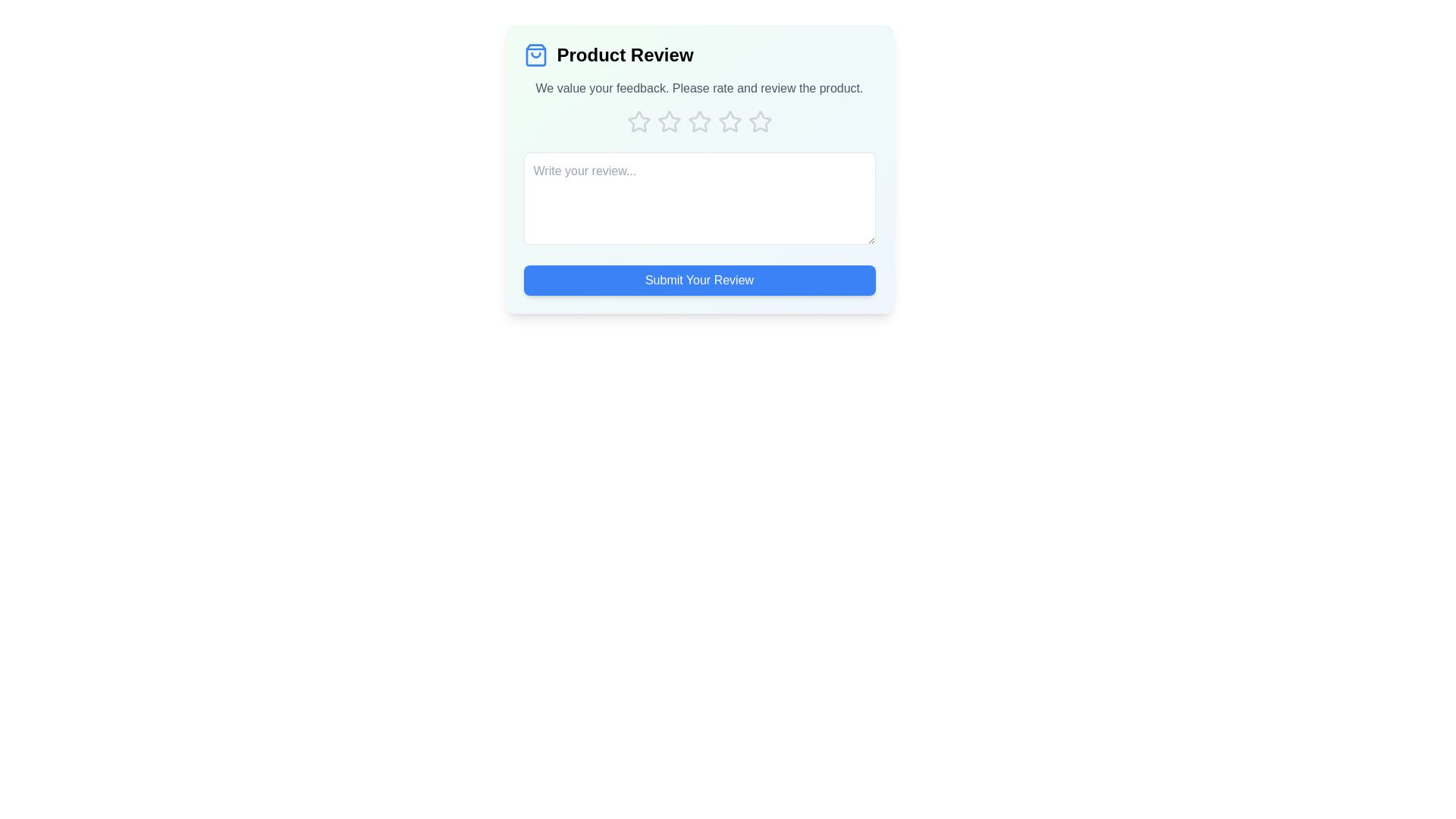 This screenshot has height=819, width=1456. What do you see at coordinates (698, 88) in the screenshot?
I see `the text that reads 'We value your feedback. Please rate and review the product.' which is centrally positioned in the feedback panel, located below the title 'Product Review'` at bounding box center [698, 88].